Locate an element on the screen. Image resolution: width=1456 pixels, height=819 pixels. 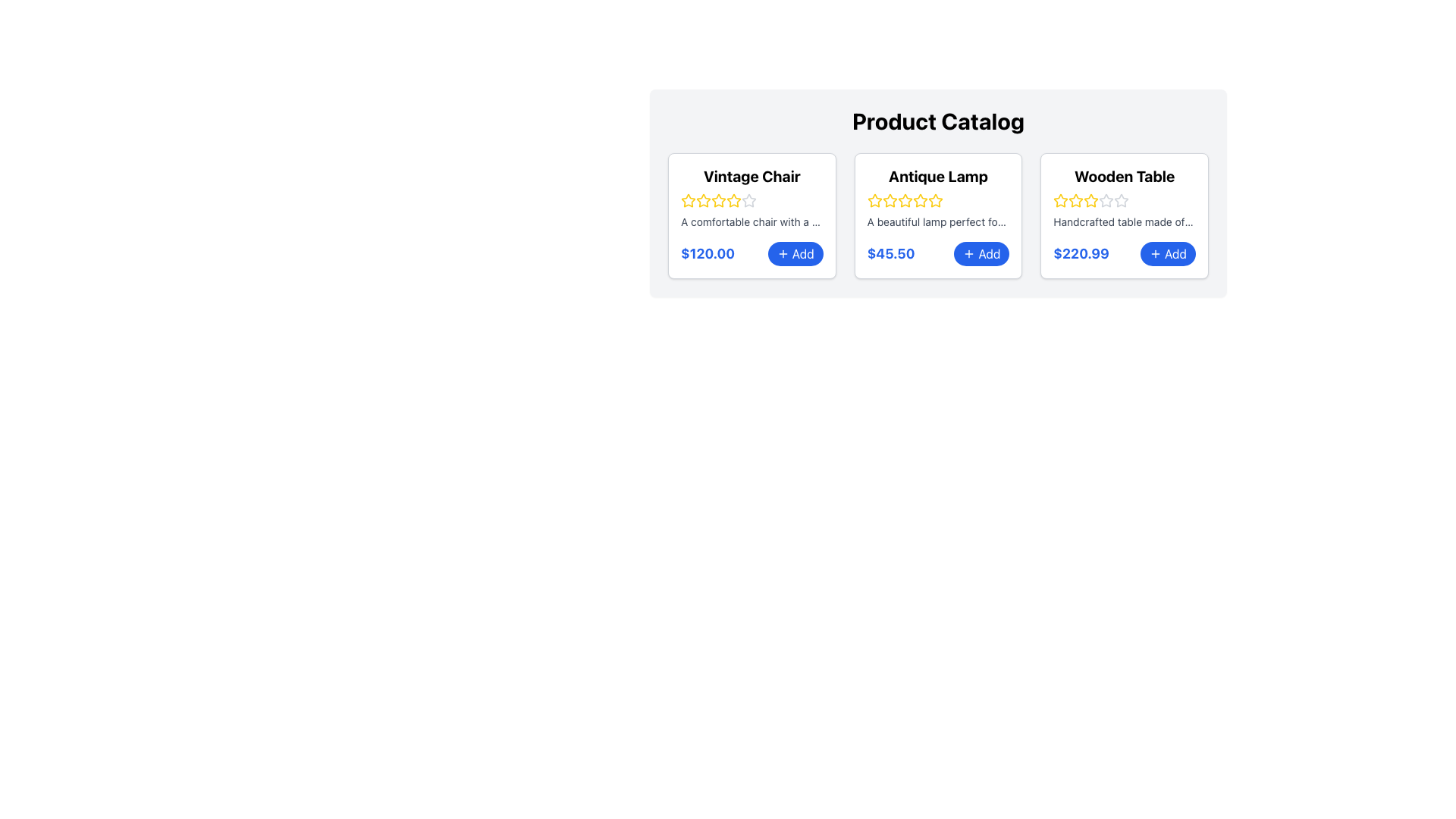
the fifth star icon indicating an empty rating for the product 'Vintage Chair', which visually represents the rating level in the overall rating system is located at coordinates (749, 200).